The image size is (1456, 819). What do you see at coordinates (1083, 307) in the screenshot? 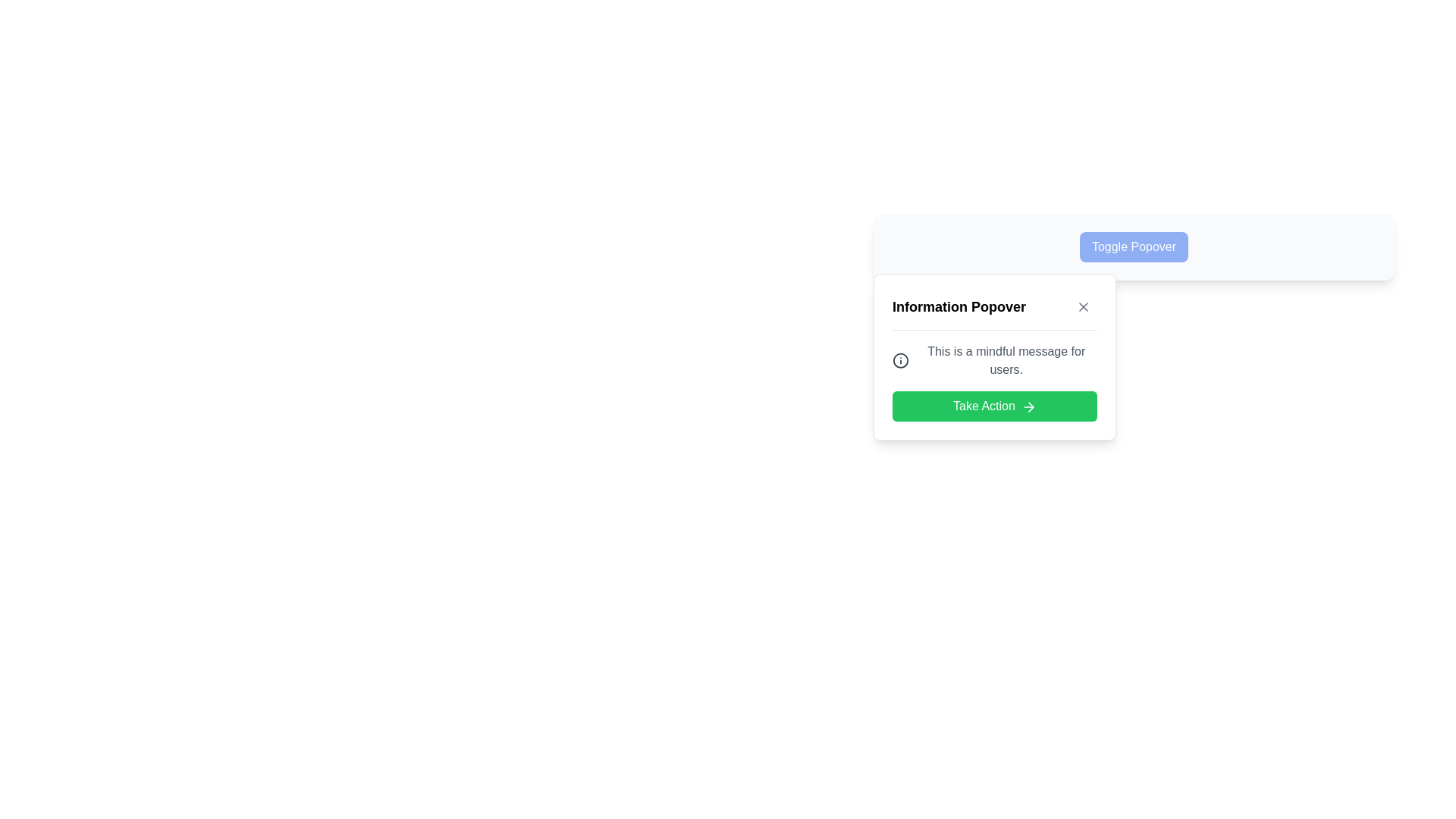
I see `the small 'X' icon button located at the top-right corner of the 'Information Popover'` at bounding box center [1083, 307].